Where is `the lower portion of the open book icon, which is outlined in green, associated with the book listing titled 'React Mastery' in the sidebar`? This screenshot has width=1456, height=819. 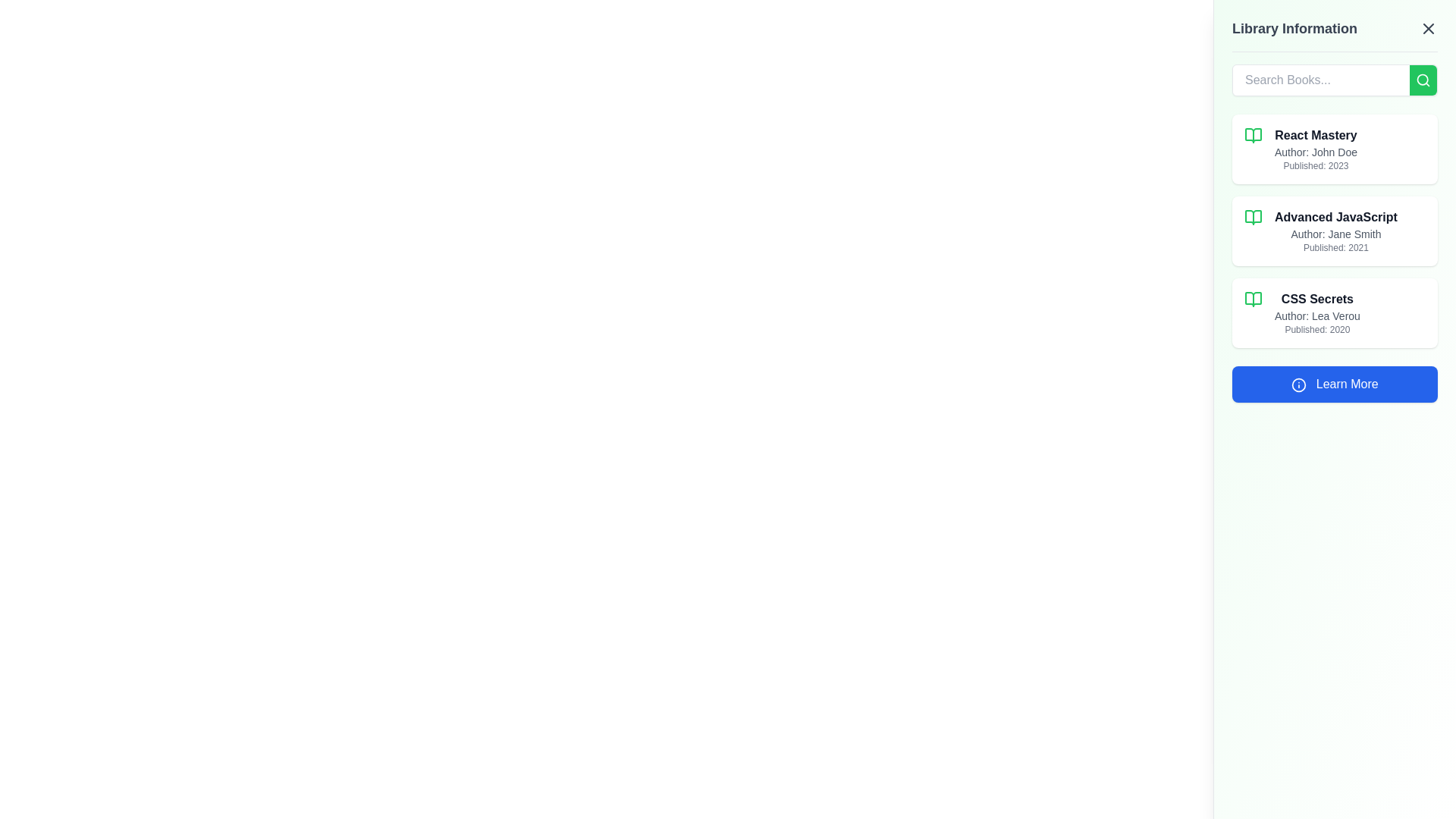
the lower portion of the open book icon, which is outlined in green, associated with the book listing titled 'React Mastery' in the sidebar is located at coordinates (1253, 134).